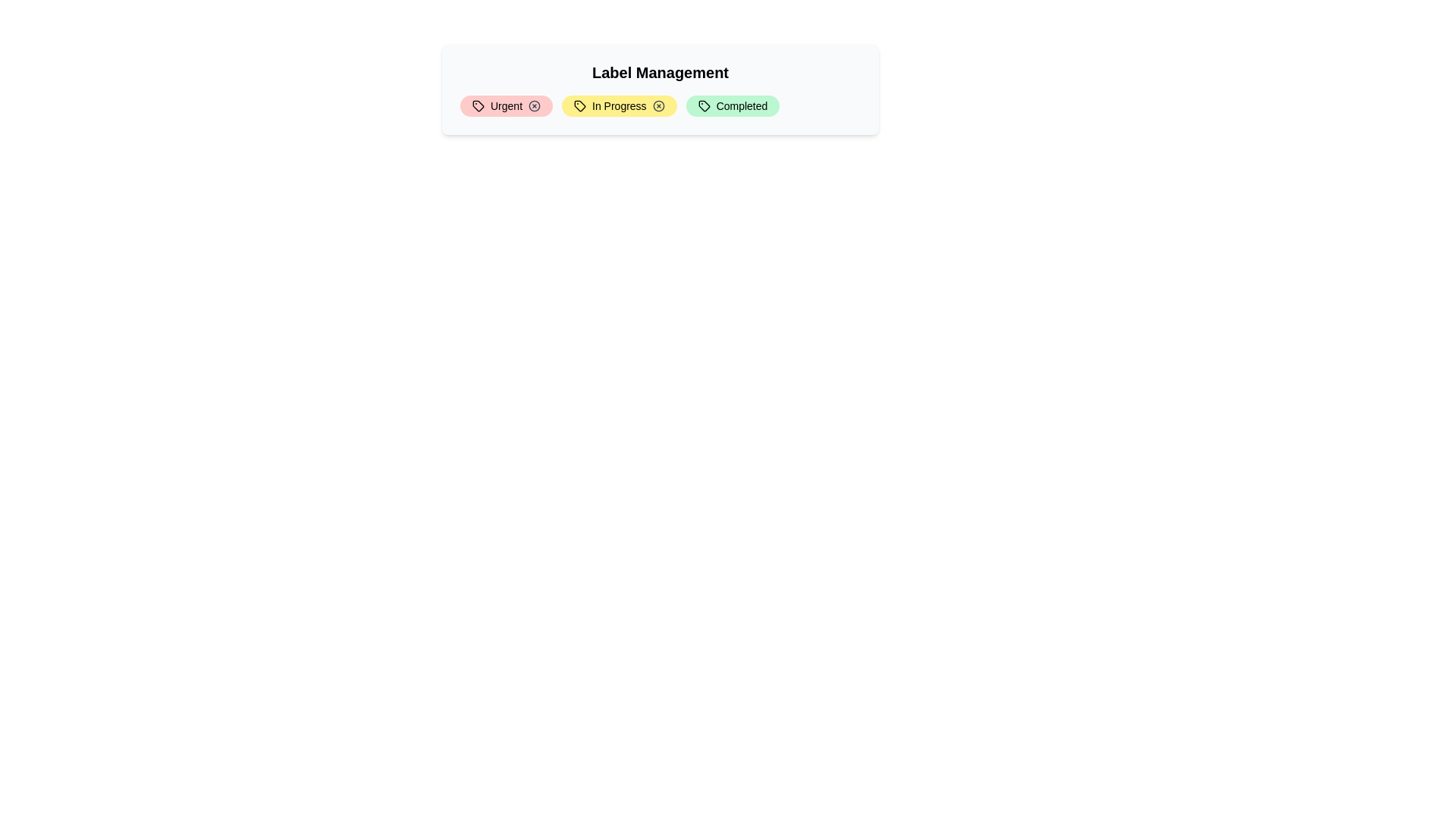 The image size is (1456, 819). What do you see at coordinates (658, 105) in the screenshot?
I see `the close button of the label In Progress to remove it` at bounding box center [658, 105].